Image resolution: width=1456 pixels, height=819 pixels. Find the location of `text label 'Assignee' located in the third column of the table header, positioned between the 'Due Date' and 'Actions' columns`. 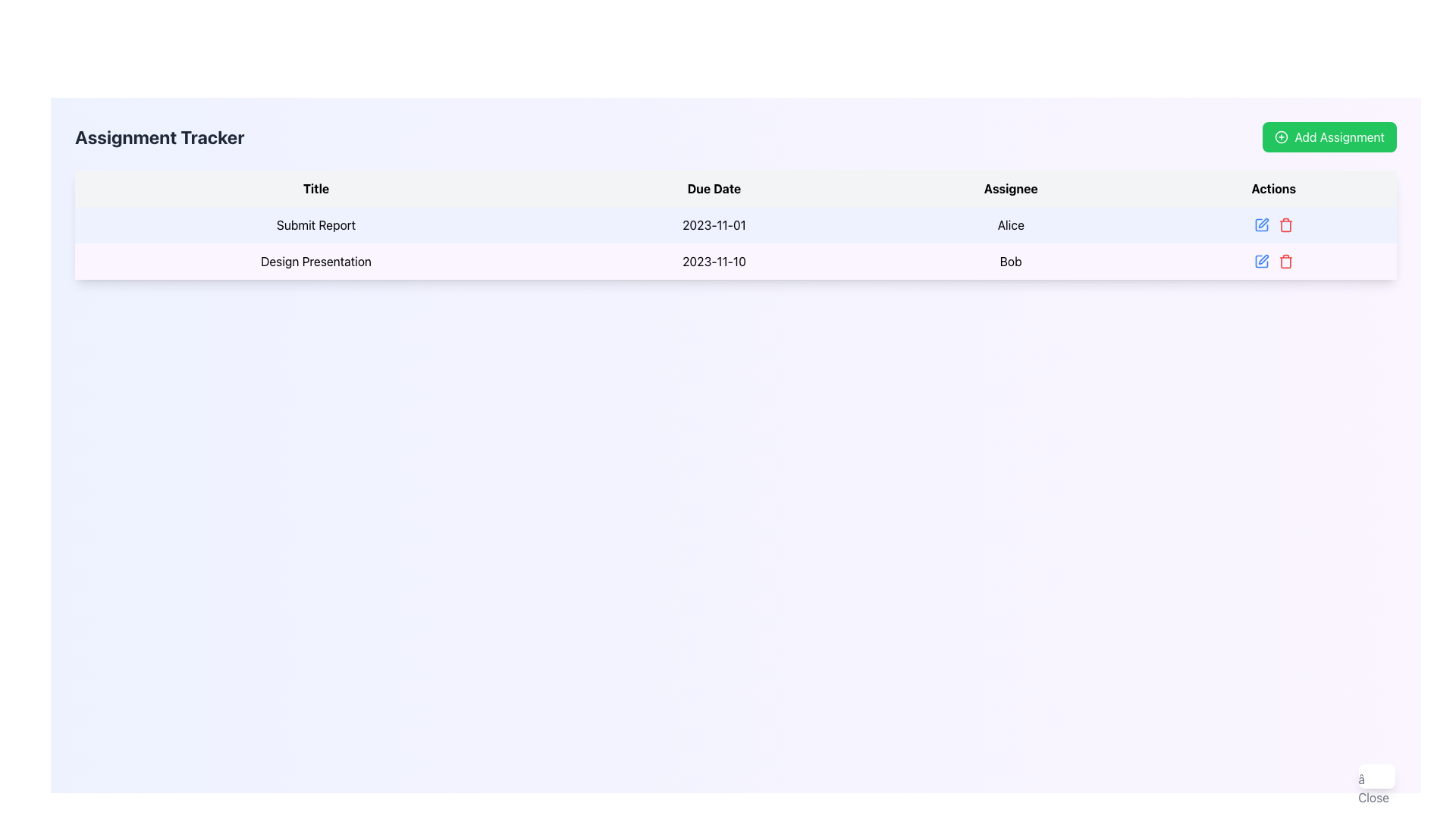

text label 'Assignee' located in the third column of the table header, positioned between the 'Due Date' and 'Actions' columns is located at coordinates (1011, 188).